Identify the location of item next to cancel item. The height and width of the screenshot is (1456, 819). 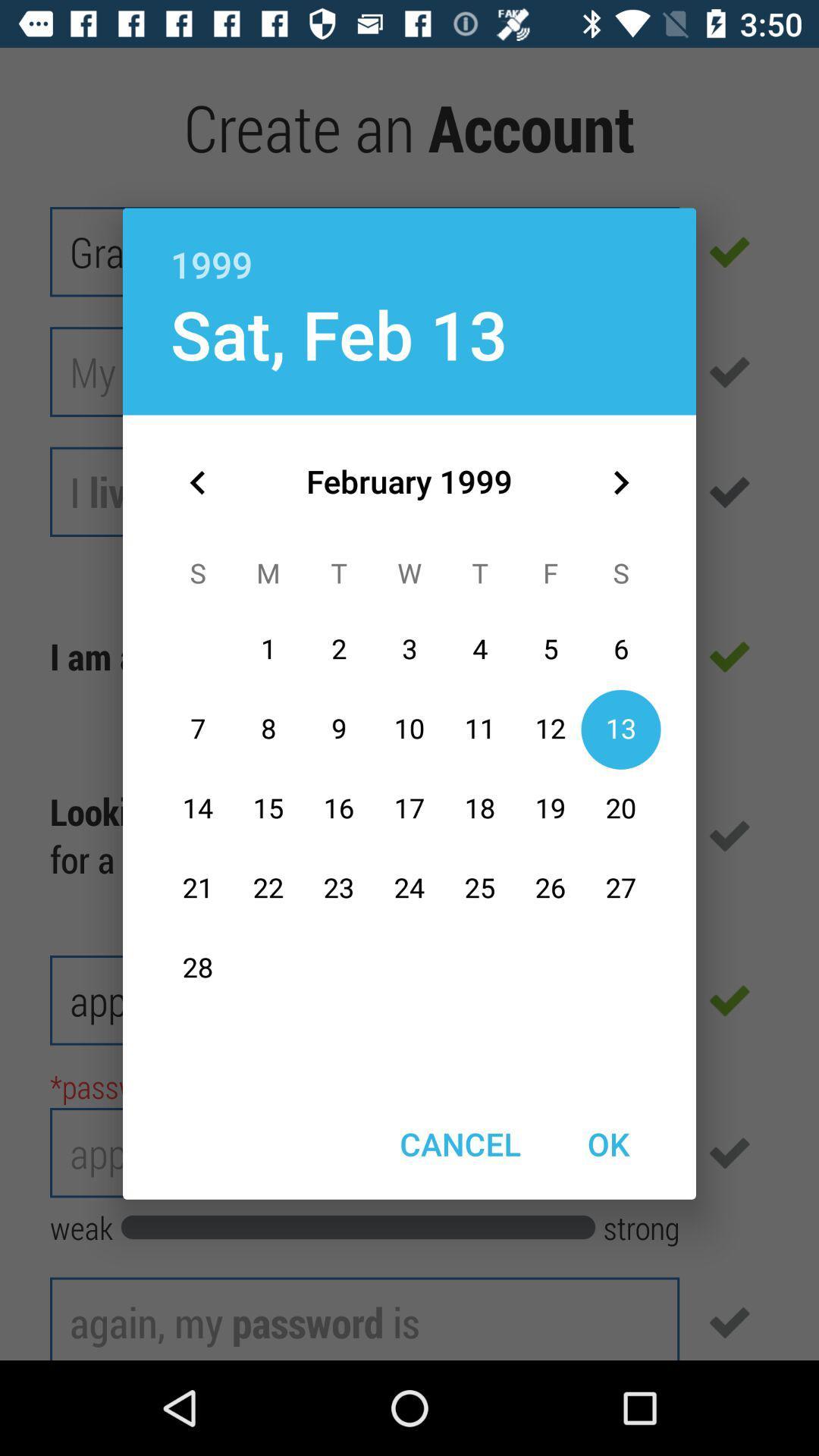
(607, 1144).